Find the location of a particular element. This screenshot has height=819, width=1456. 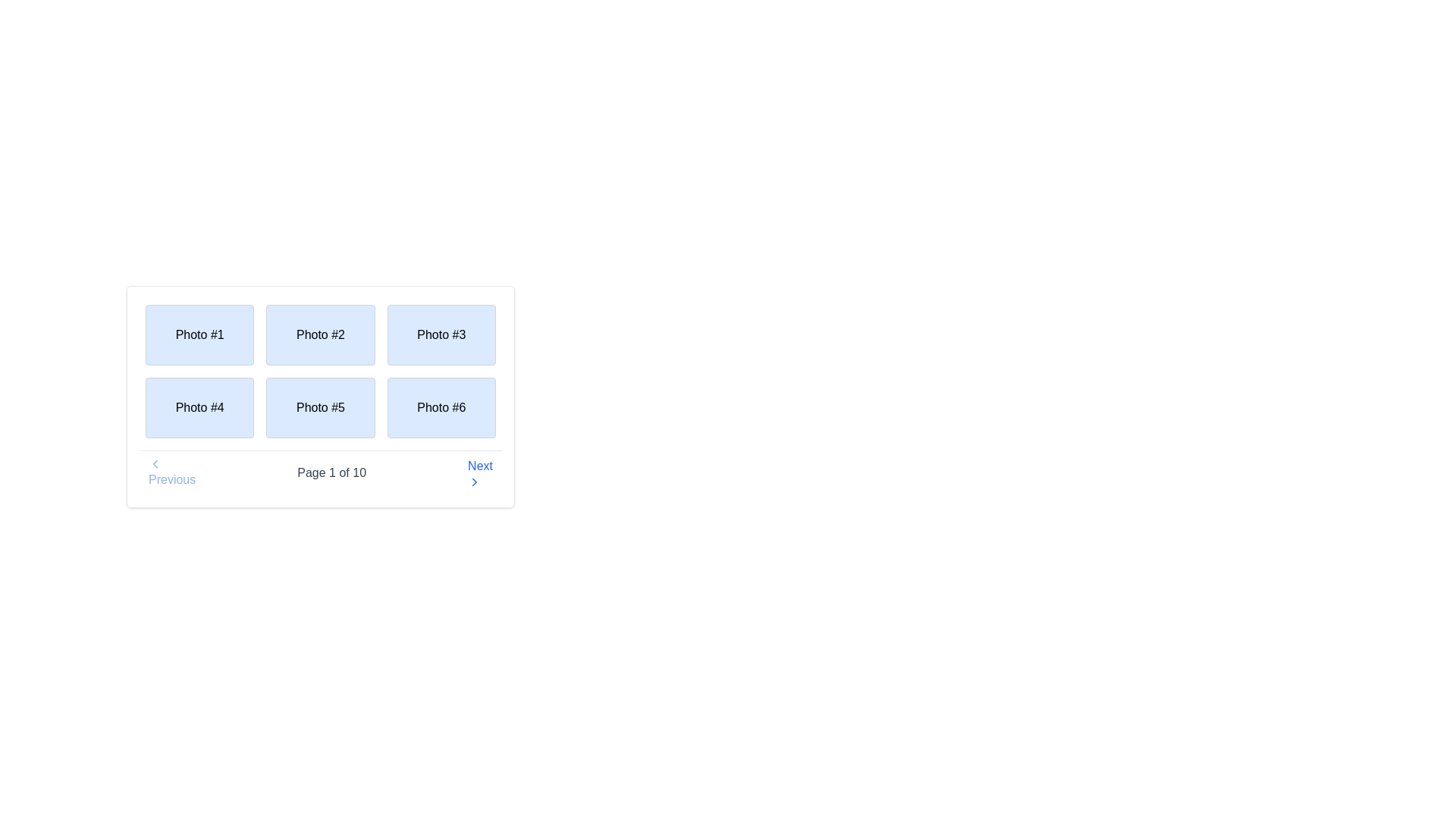

the 'Previous' button, which is a blue text button with a left-facing chevron icon, located on the left side of the navigation bar is located at coordinates (172, 472).